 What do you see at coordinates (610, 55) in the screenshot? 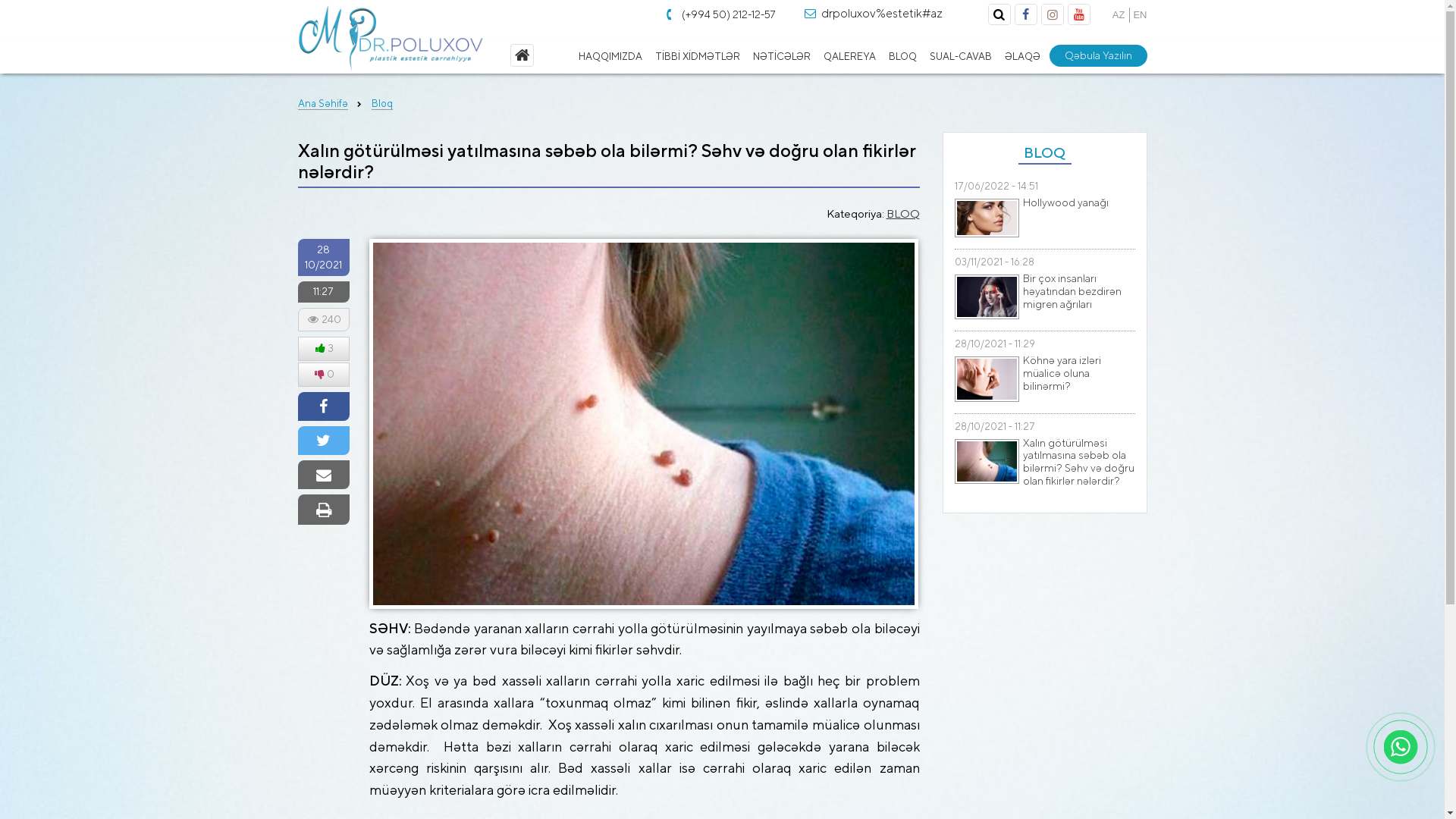
I see `'HAQQIMIZDA'` at bounding box center [610, 55].